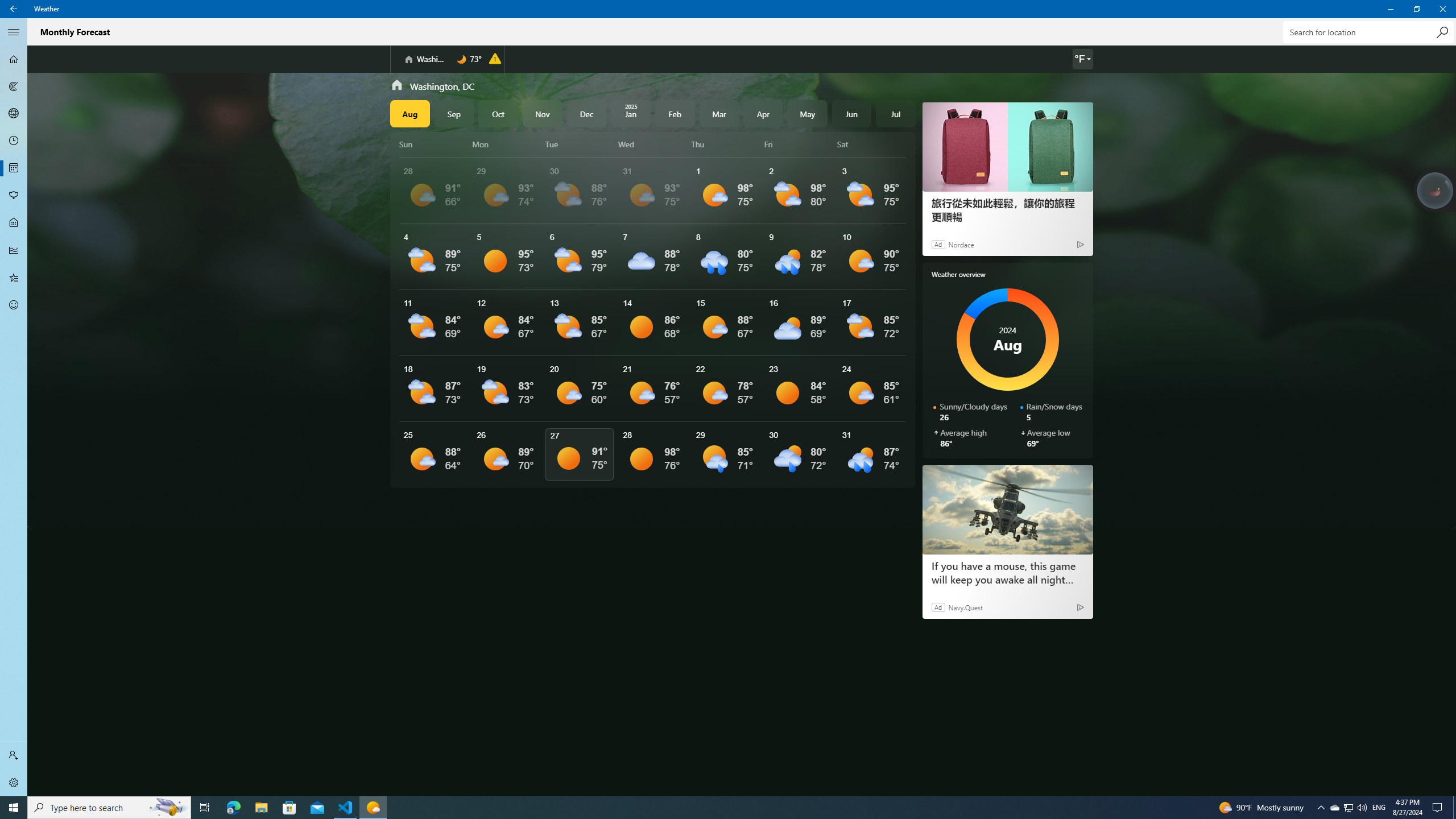  I want to click on 'Collapse Navigation', so click(14, 31).